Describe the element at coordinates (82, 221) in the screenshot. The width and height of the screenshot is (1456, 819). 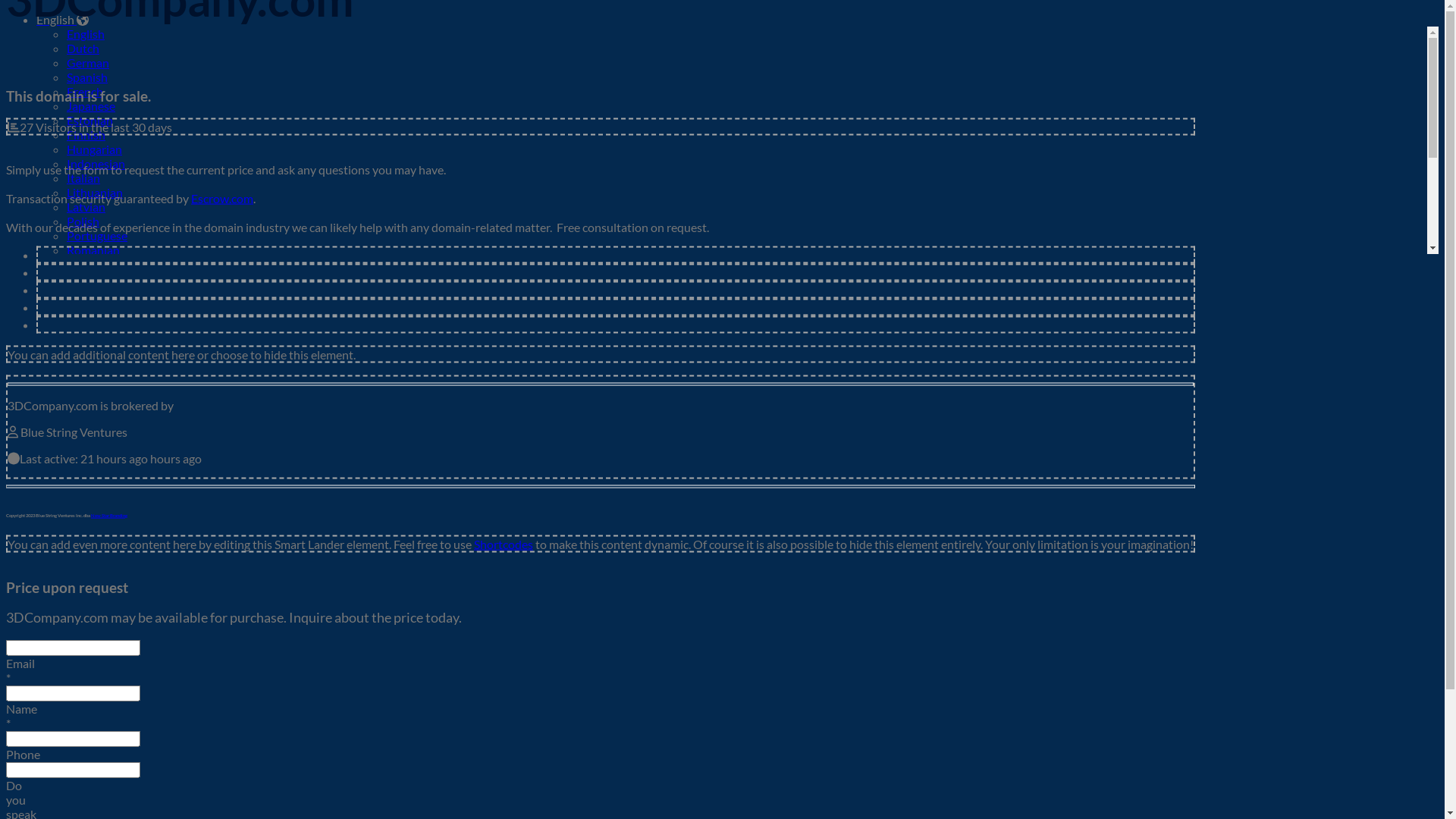
I see `'Polish'` at that location.